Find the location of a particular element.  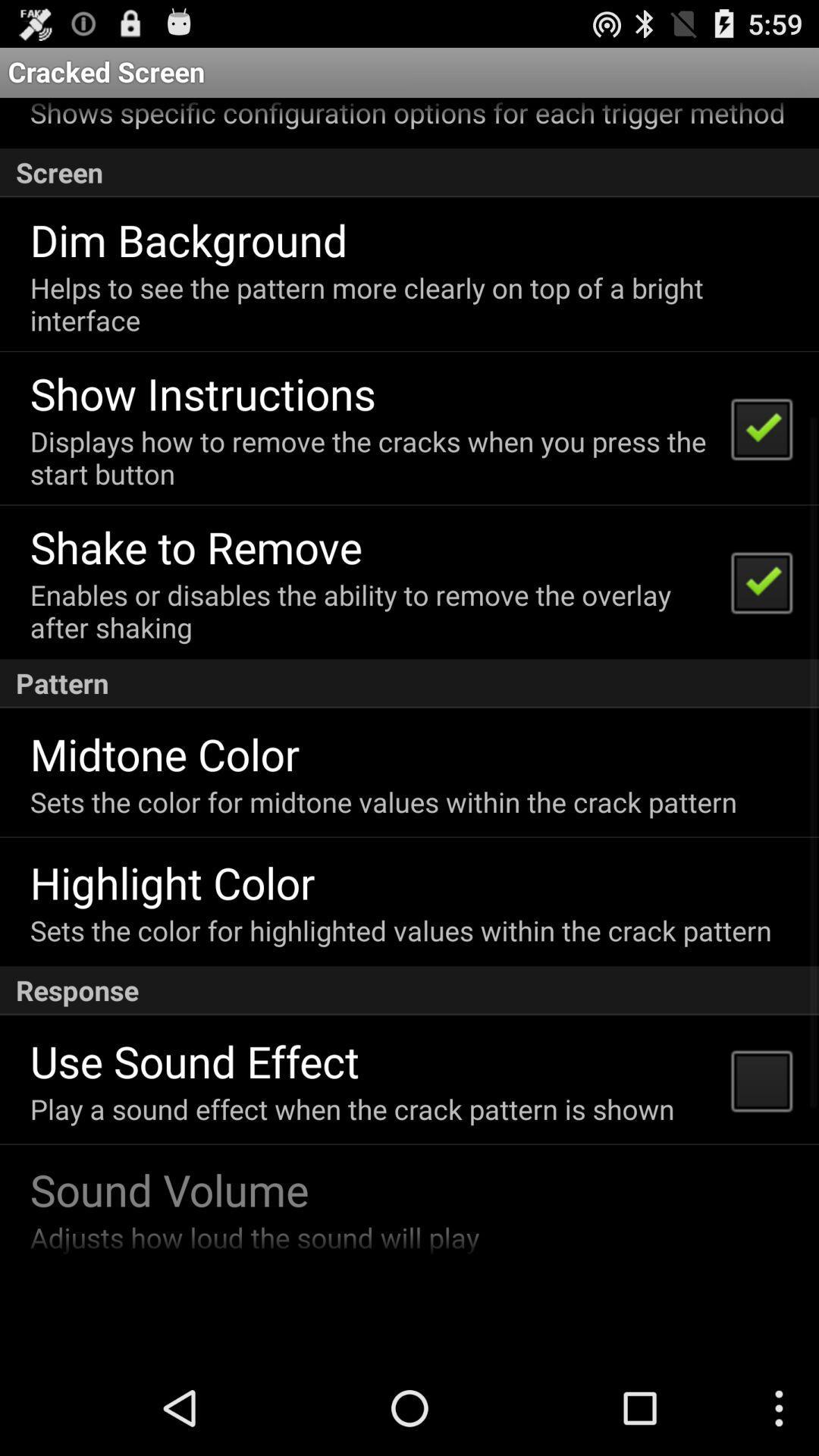

icon below play a sound app is located at coordinates (169, 1188).